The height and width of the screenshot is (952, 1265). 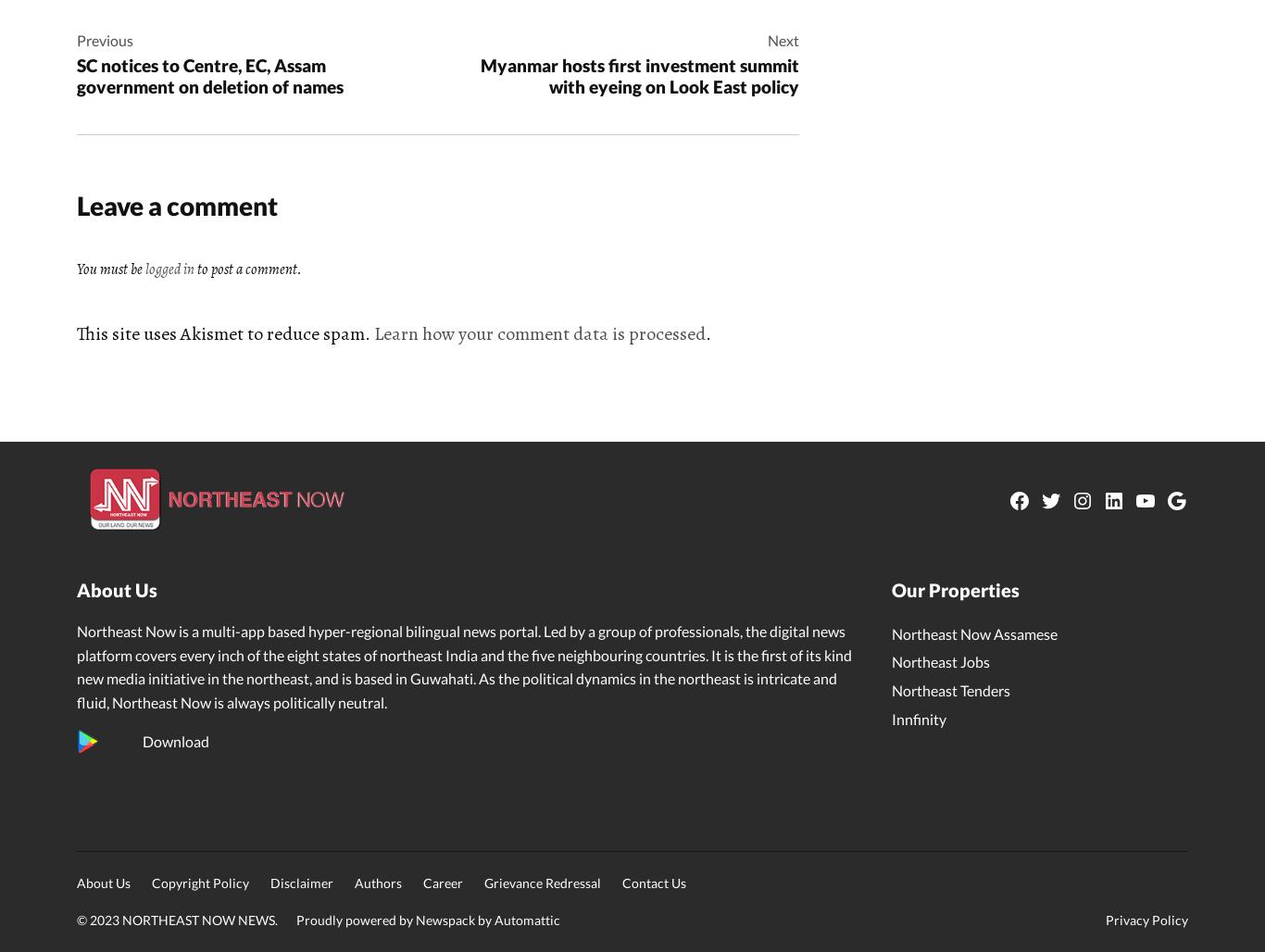 I want to click on '.', so click(x=708, y=332).